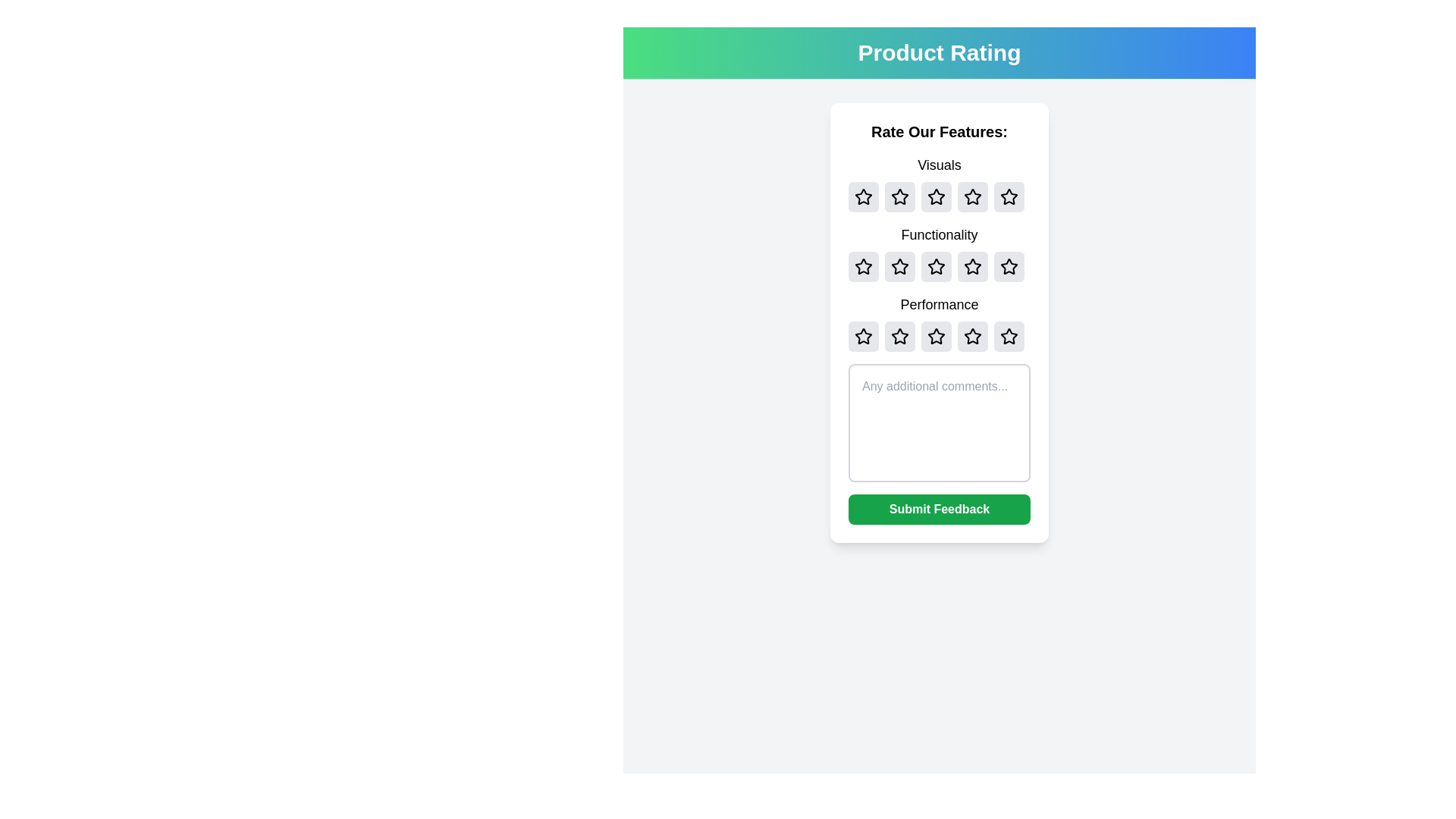 This screenshot has height=819, width=1456. Describe the element at coordinates (938, 183) in the screenshot. I see `the third star button in the 'Visuals' rating row to assign a rating of 3 out of 5` at that location.